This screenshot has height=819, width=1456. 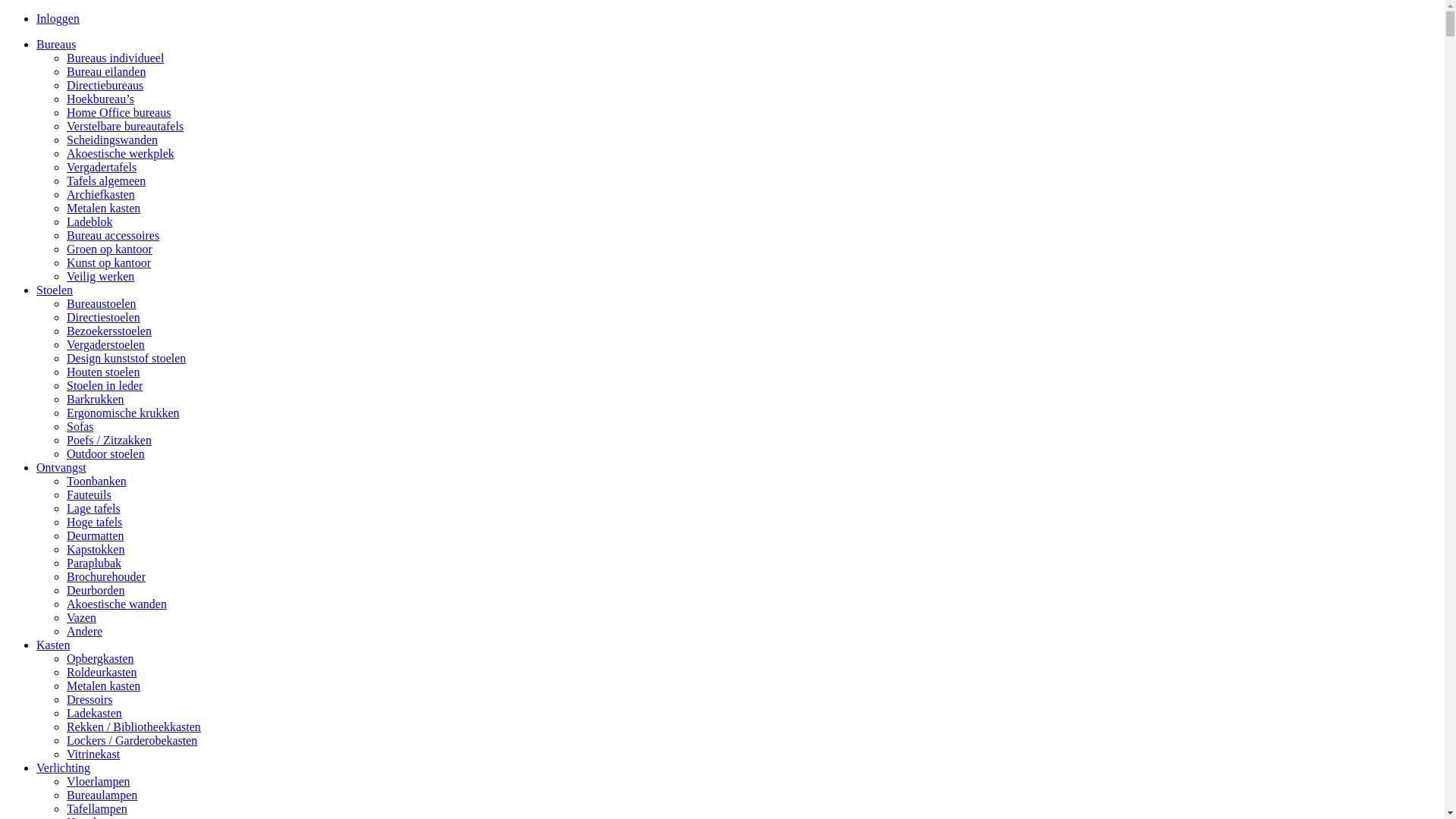 I want to click on 'Stoelen', so click(x=36, y=290).